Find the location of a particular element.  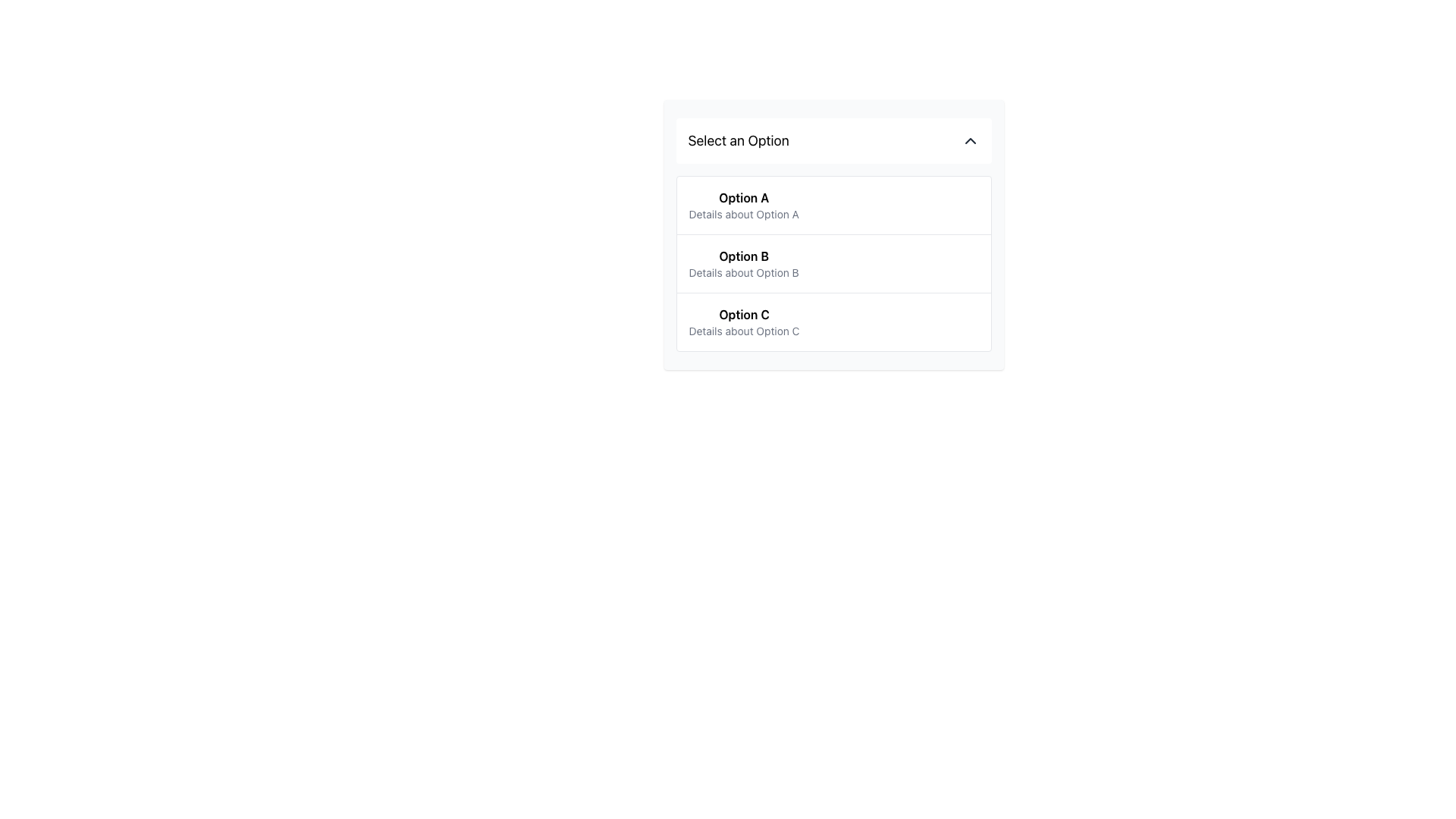

the descriptive text element that provides additional details about 'Option A', located just below its sibling 'Option A' in the dropdown menu is located at coordinates (744, 214).